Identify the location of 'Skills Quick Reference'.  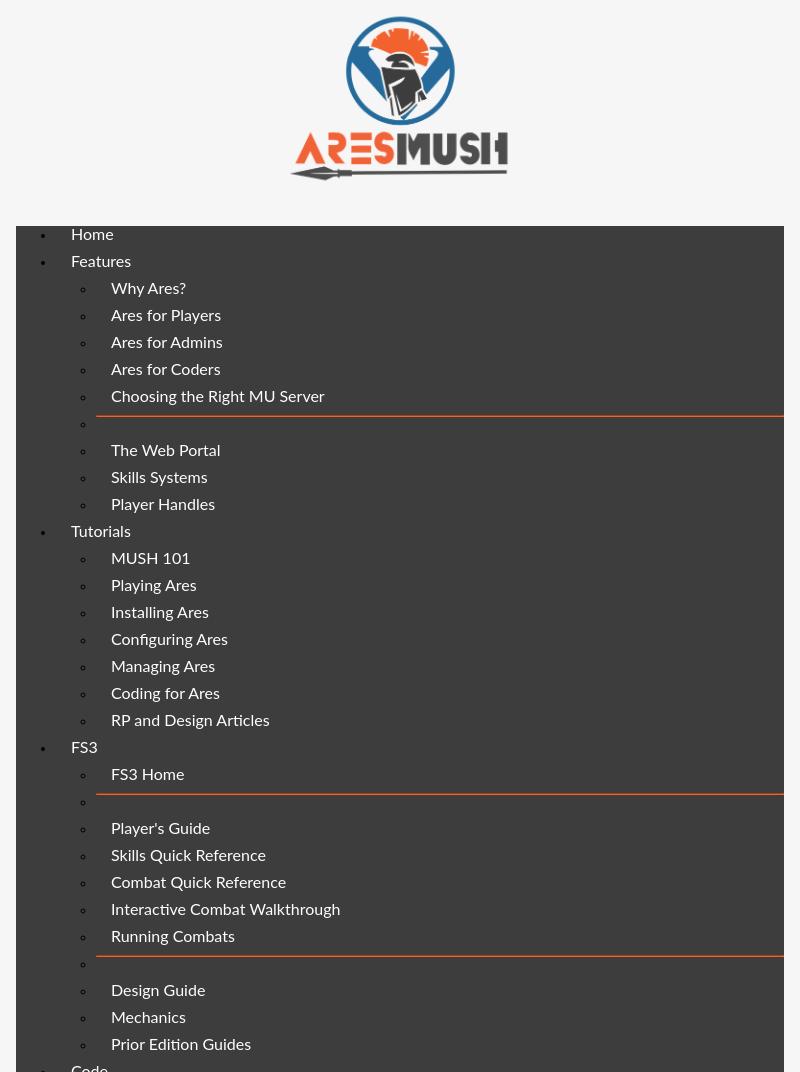
(187, 854).